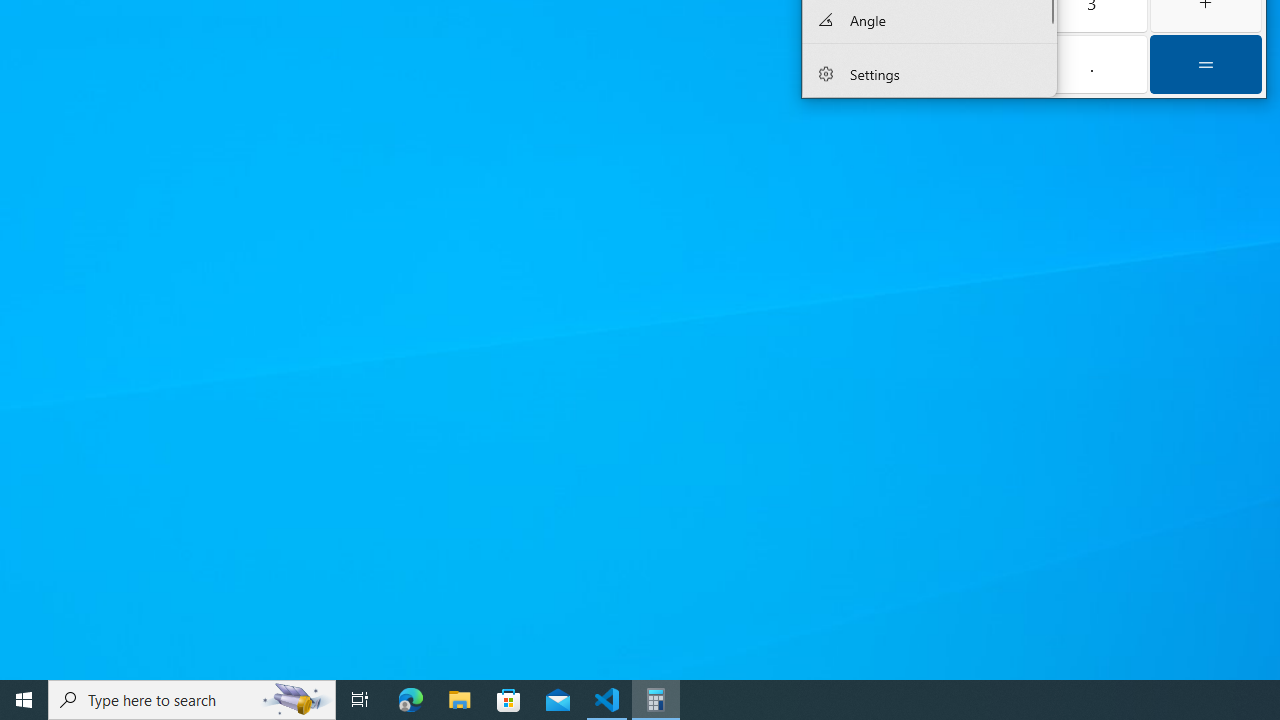 This screenshot has width=1280, height=720. I want to click on 'Task View', so click(359, 698).